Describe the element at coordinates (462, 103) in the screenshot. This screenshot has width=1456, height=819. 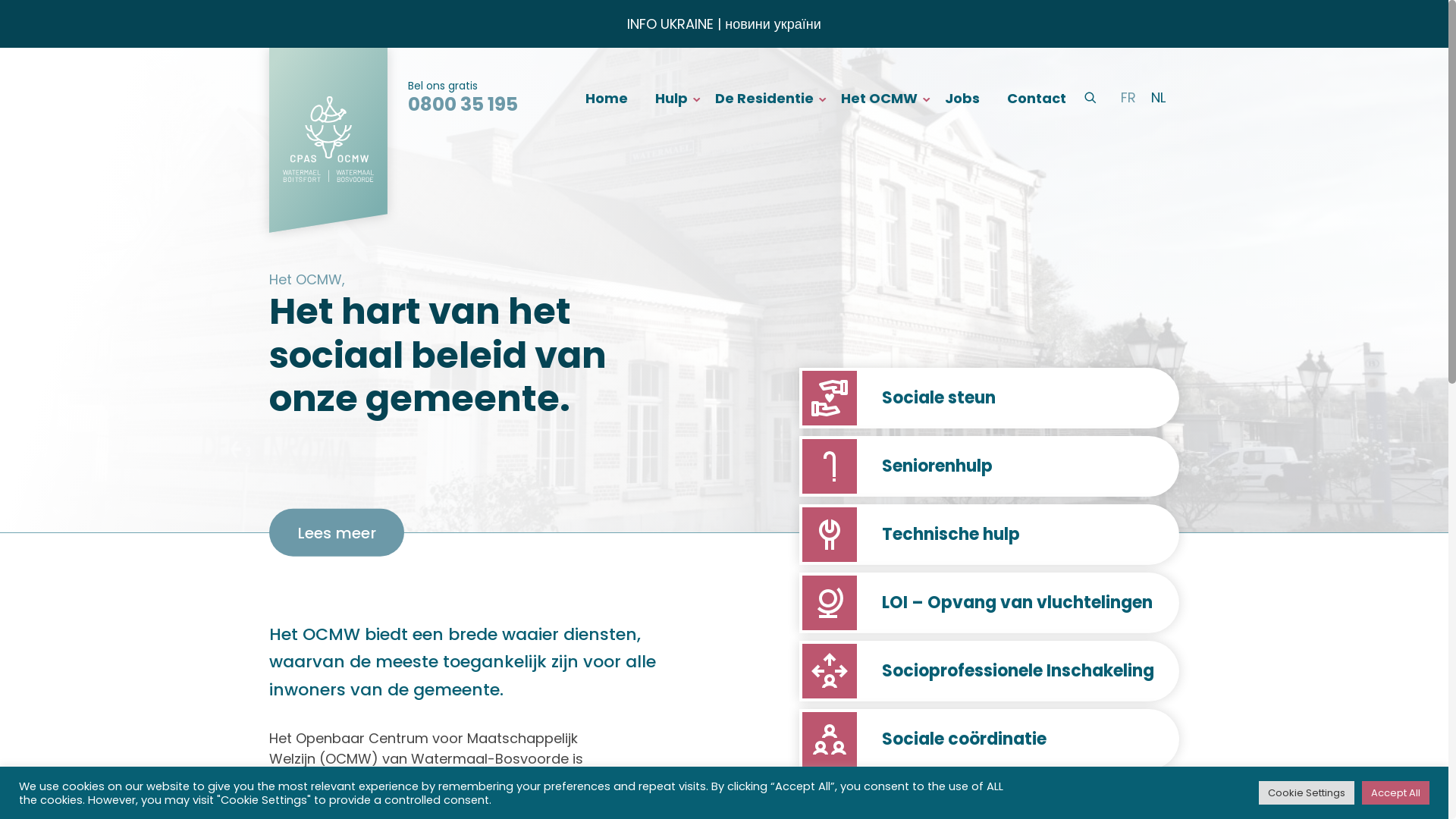
I see `'0800 35 195'` at that location.